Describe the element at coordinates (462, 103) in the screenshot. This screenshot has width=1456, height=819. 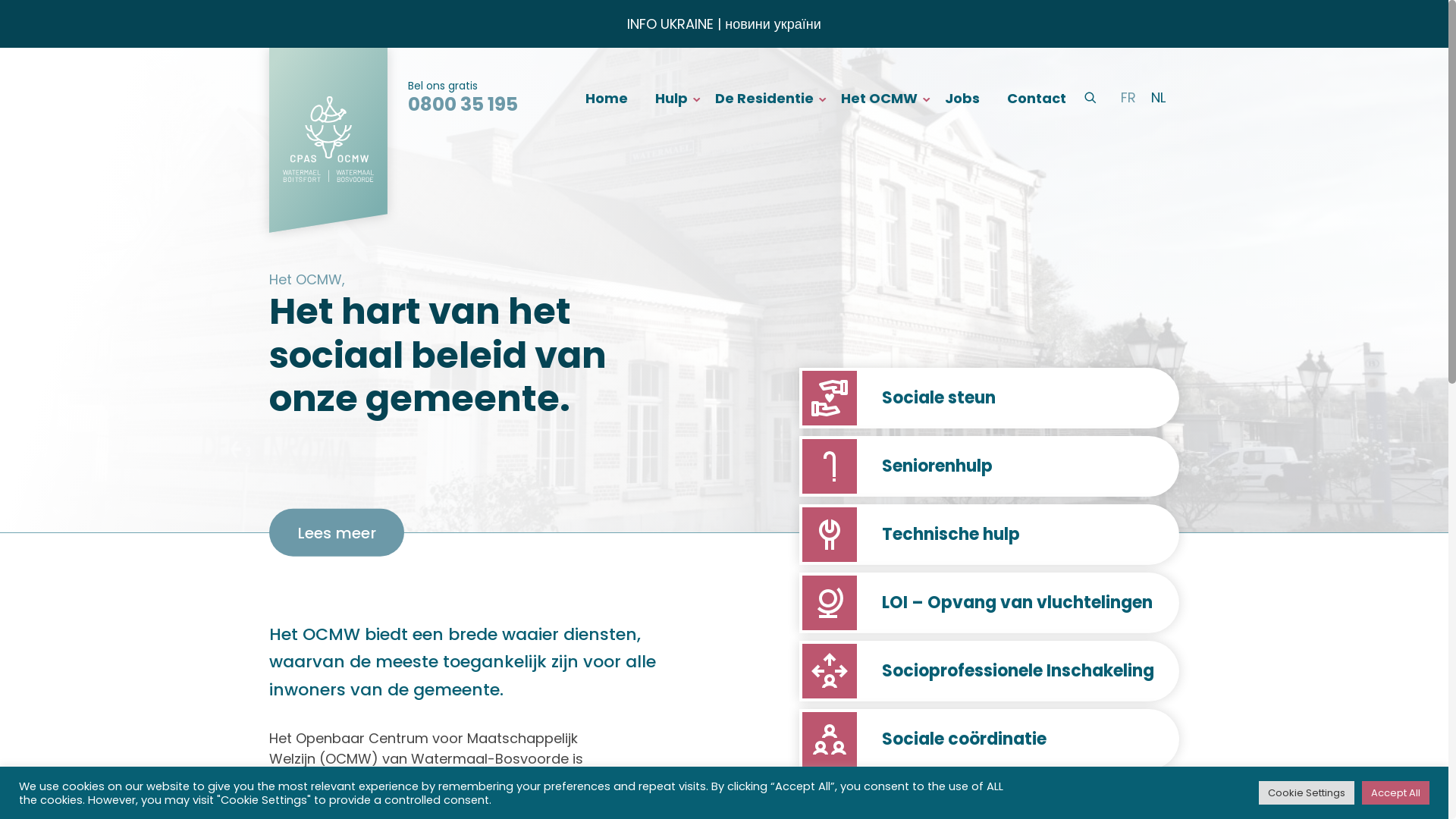
I see `'0800 35 195'` at that location.